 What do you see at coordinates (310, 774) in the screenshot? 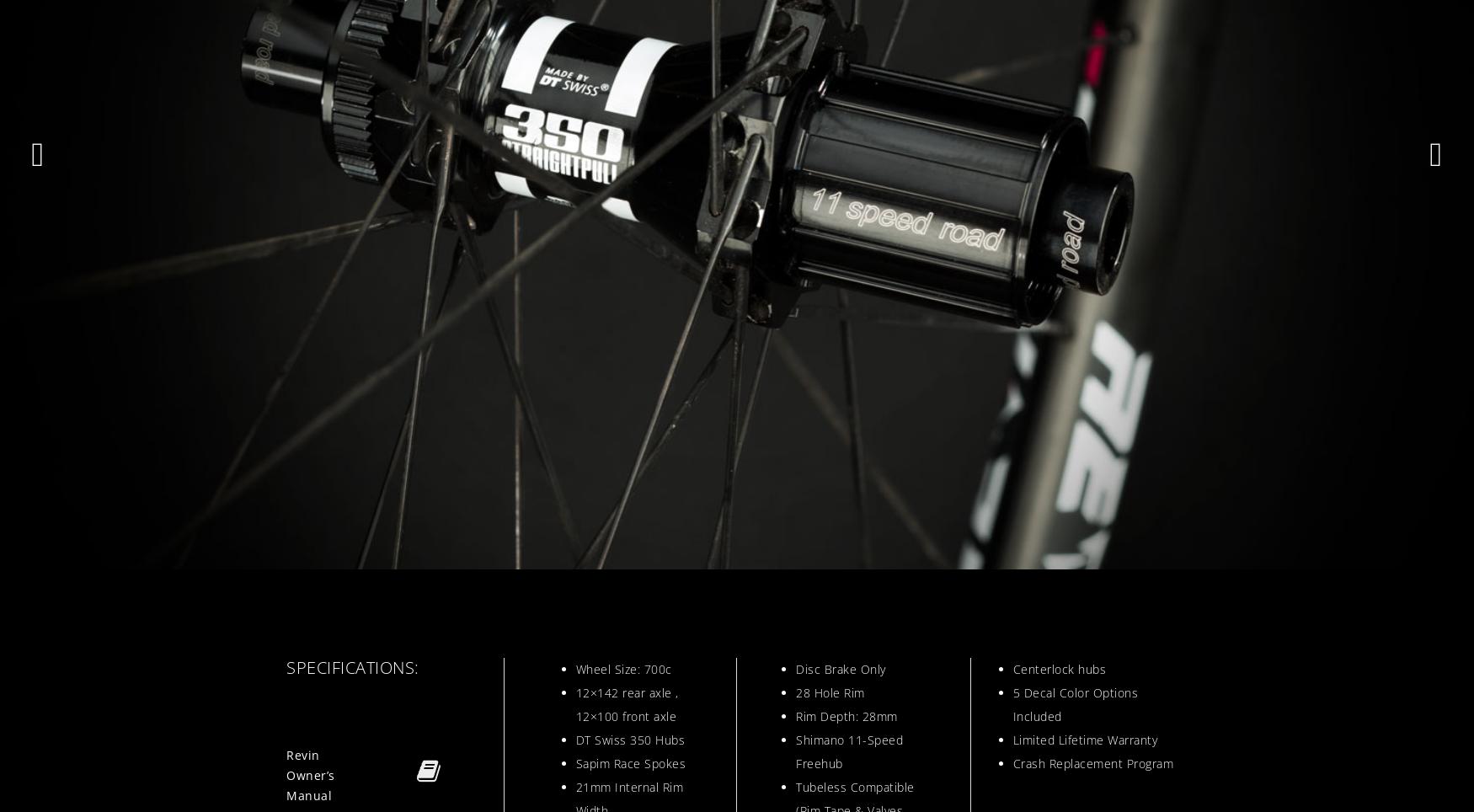
I see `'Revin Owner’s Manual'` at bounding box center [310, 774].